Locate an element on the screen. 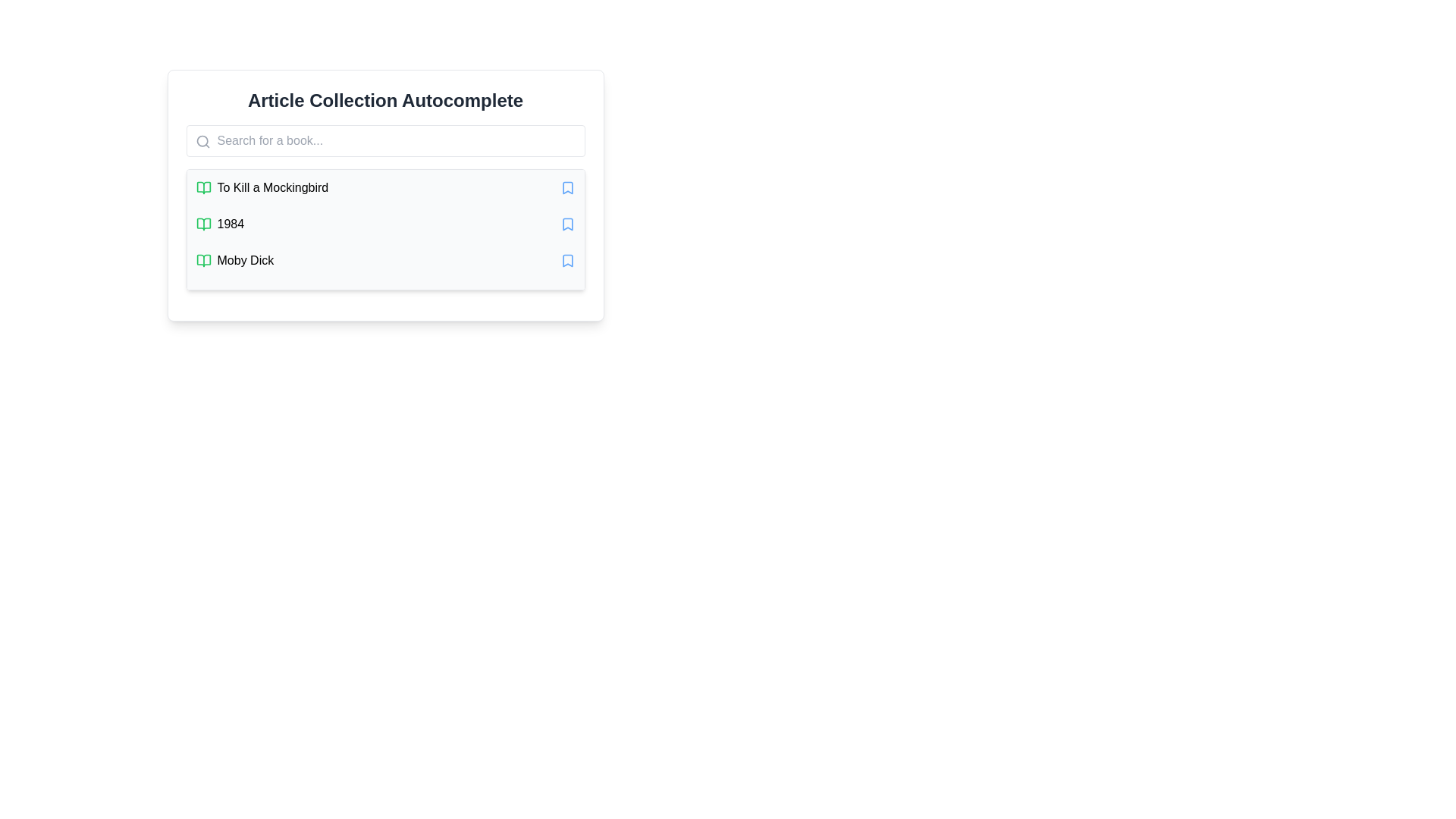 This screenshot has height=819, width=1456. book title specified in the text label located in the second entry of the 'Article Collection Autocomplete' list, which is positioned to the right of a green book icon and above another text label reading 'Moby Dick' is located at coordinates (230, 224).